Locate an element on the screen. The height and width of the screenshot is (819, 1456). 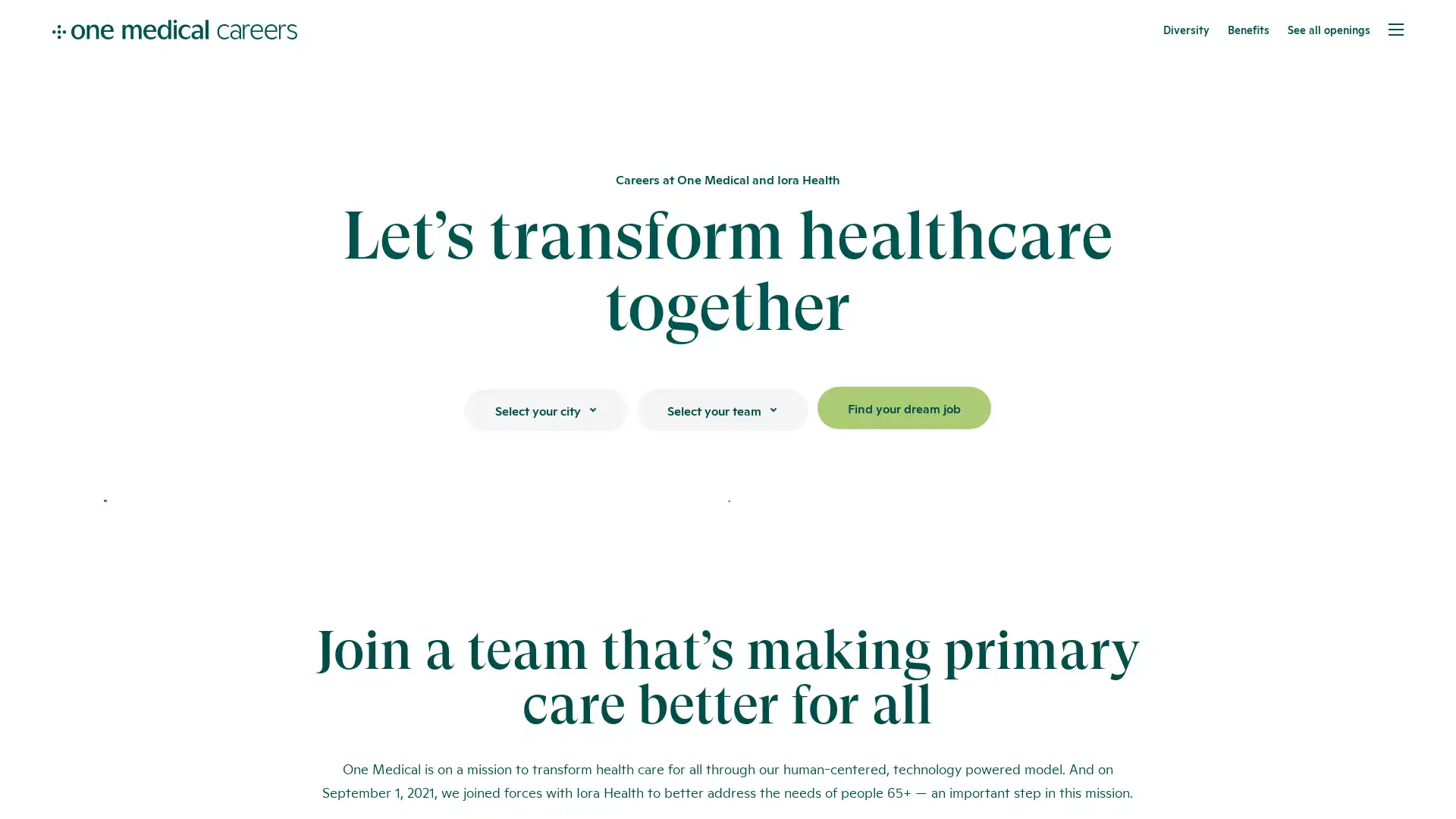
Open Menu is located at coordinates (1395, 29).